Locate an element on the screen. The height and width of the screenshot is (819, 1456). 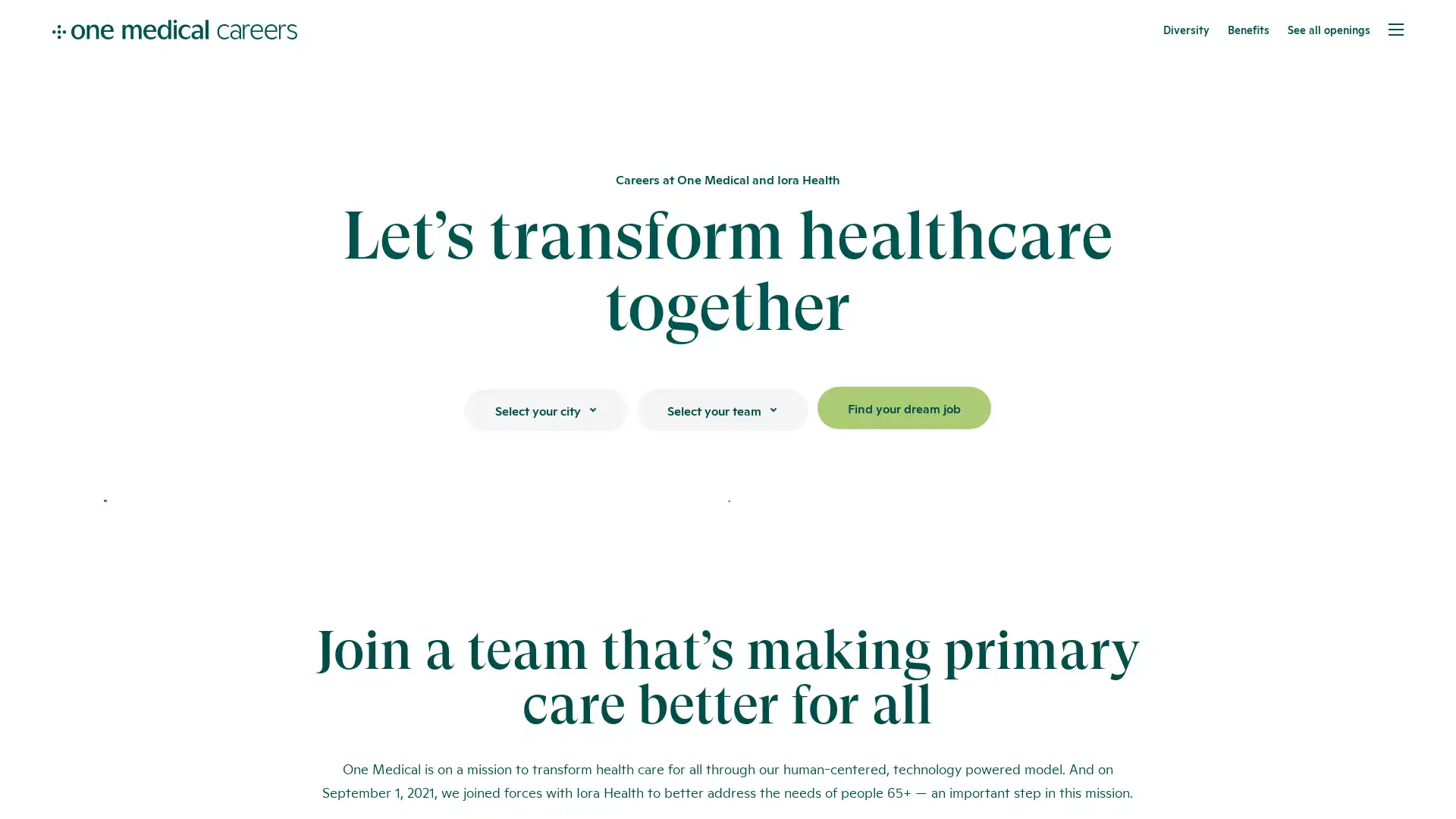
Open Menu is located at coordinates (1395, 29).